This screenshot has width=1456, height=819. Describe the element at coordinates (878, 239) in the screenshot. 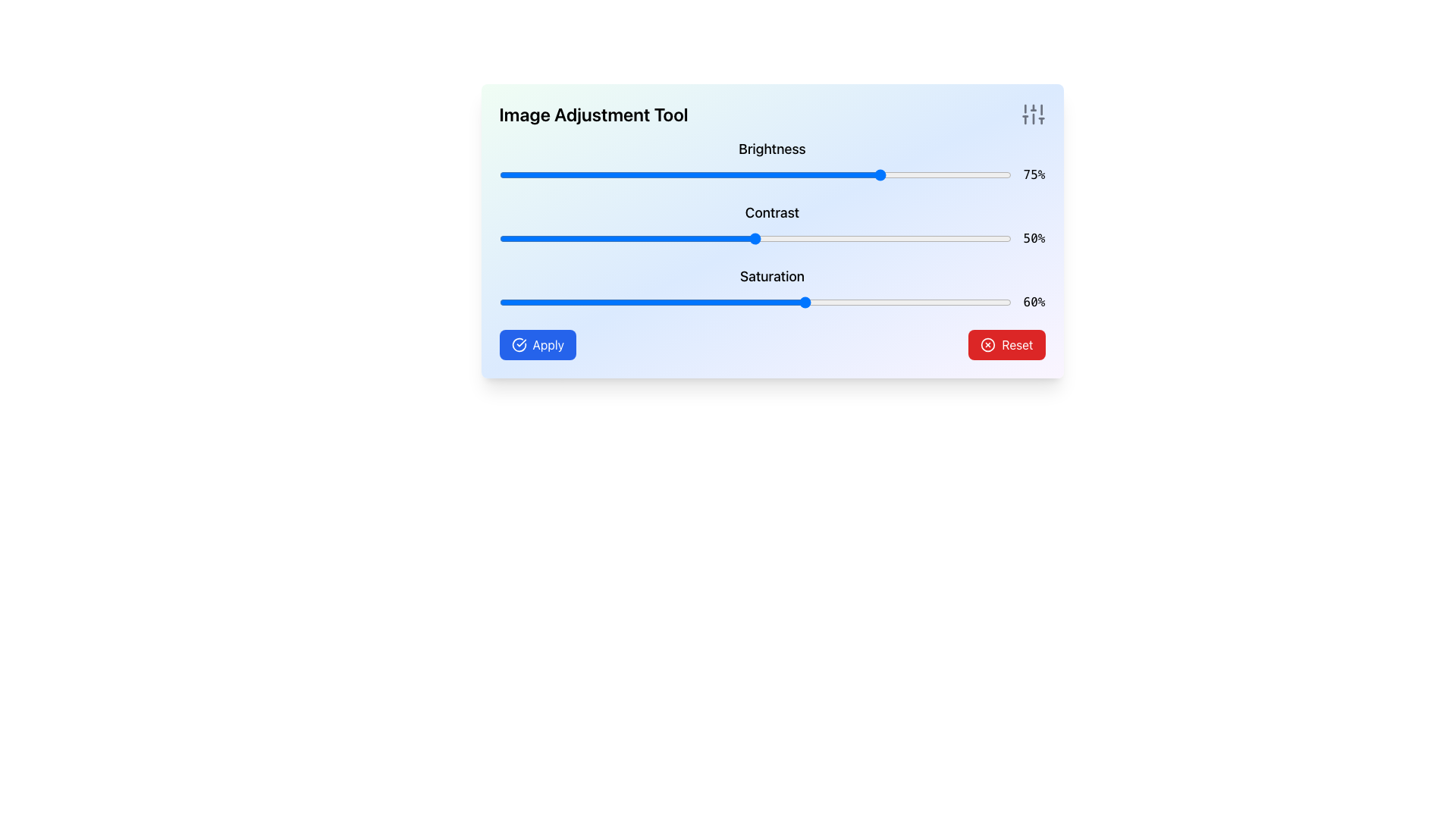

I see `the contrast value` at that location.